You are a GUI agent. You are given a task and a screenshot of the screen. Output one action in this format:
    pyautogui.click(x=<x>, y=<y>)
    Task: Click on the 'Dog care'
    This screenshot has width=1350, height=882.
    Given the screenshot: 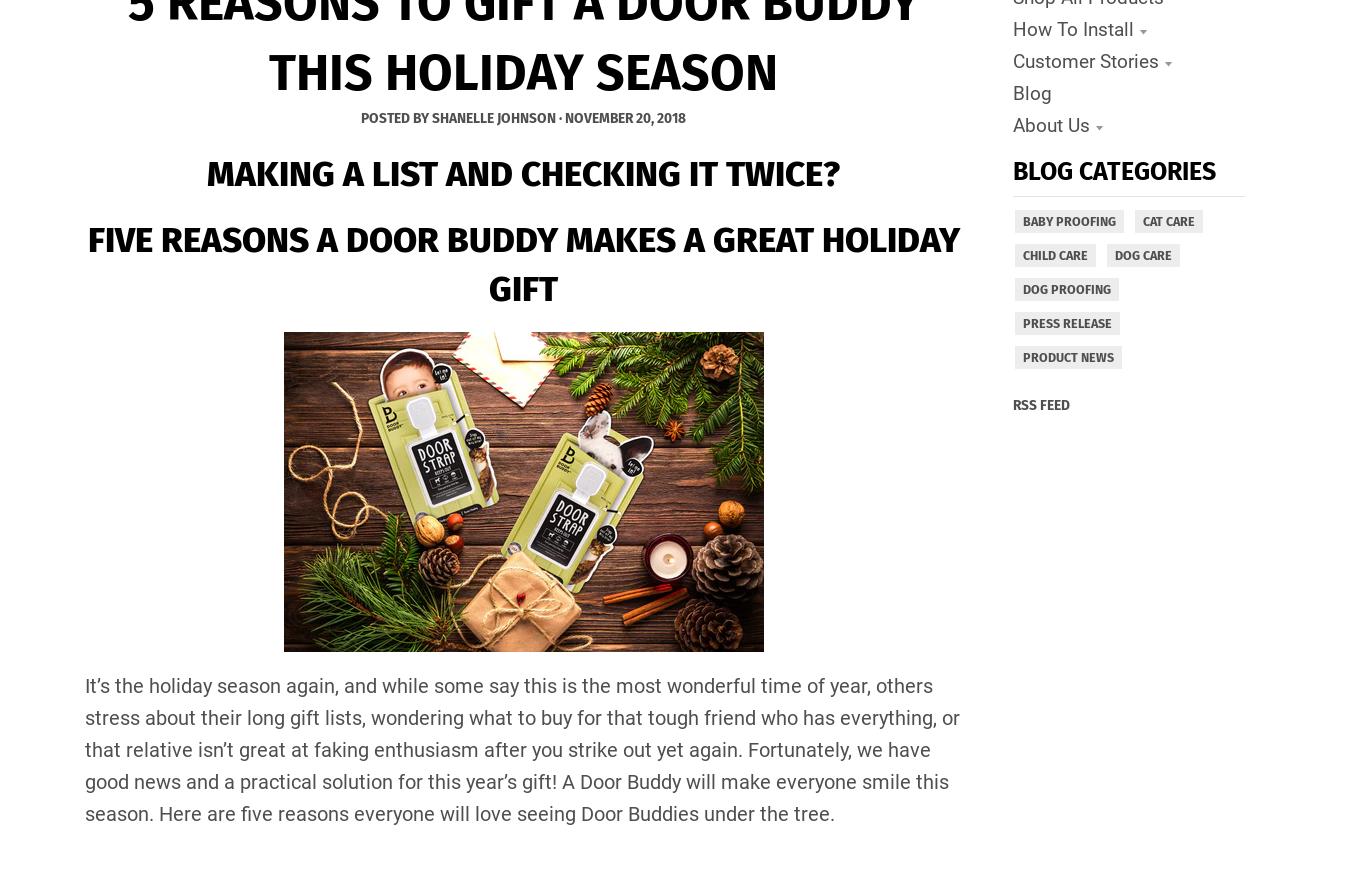 What is the action you would take?
    pyautogui.click(x=1141, y=254)
    